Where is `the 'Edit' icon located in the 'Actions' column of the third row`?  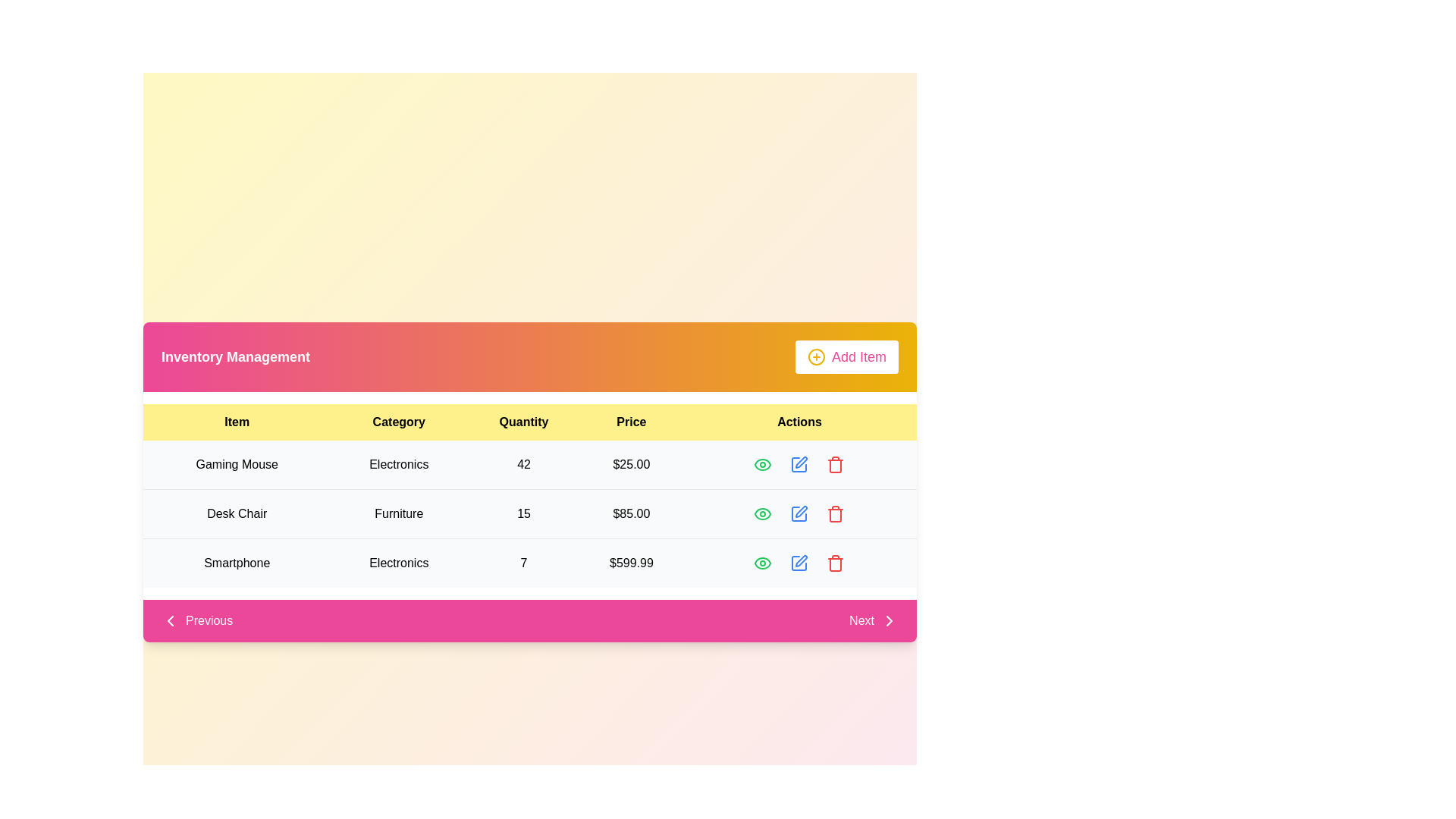
the 'Edit' icon located in the 'Actions' column of the third row is located at coordinates (799, 563).